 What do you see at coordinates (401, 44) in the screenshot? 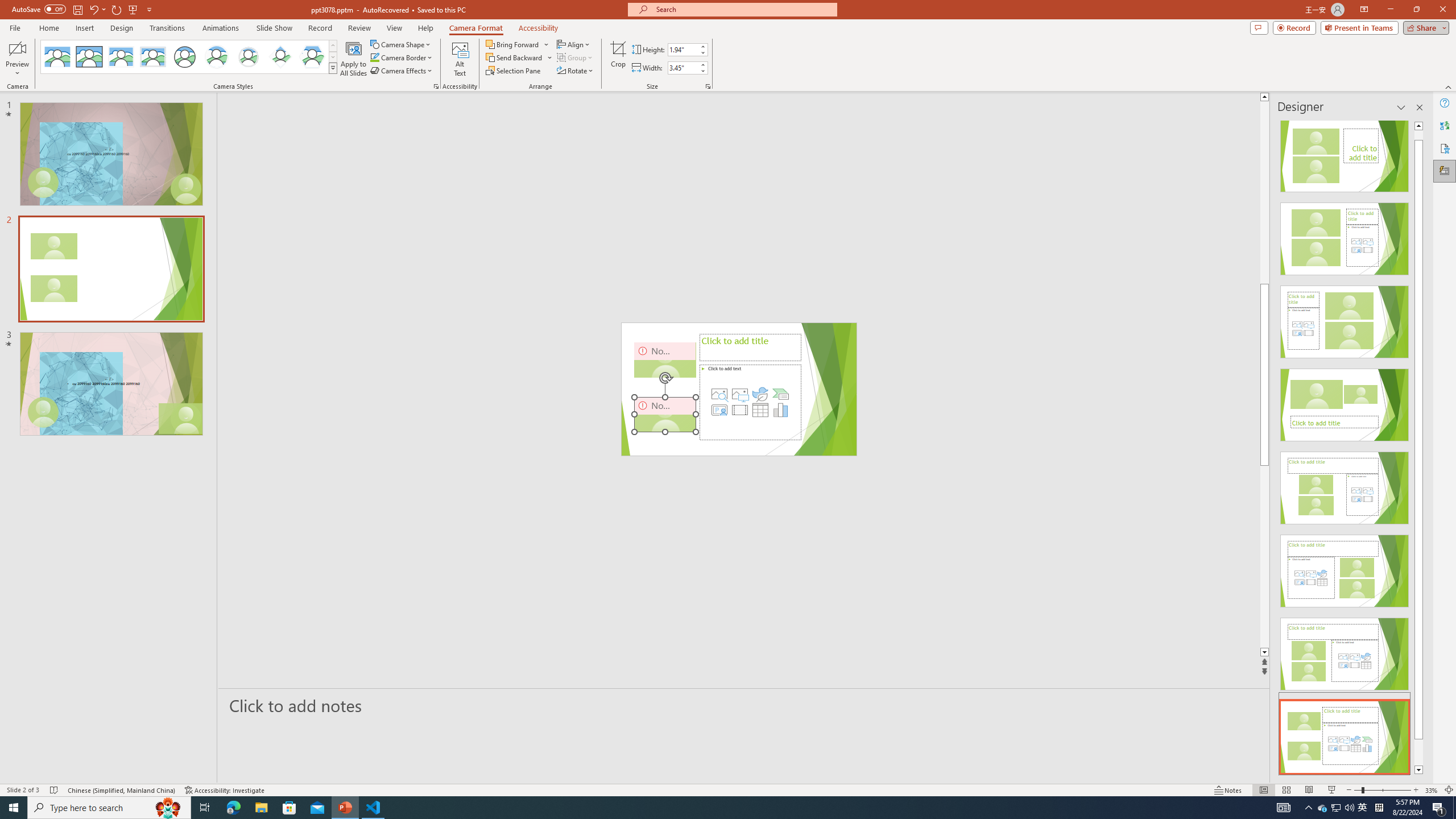
I see `'Camera Shape'` at bounding box center [401, 44].